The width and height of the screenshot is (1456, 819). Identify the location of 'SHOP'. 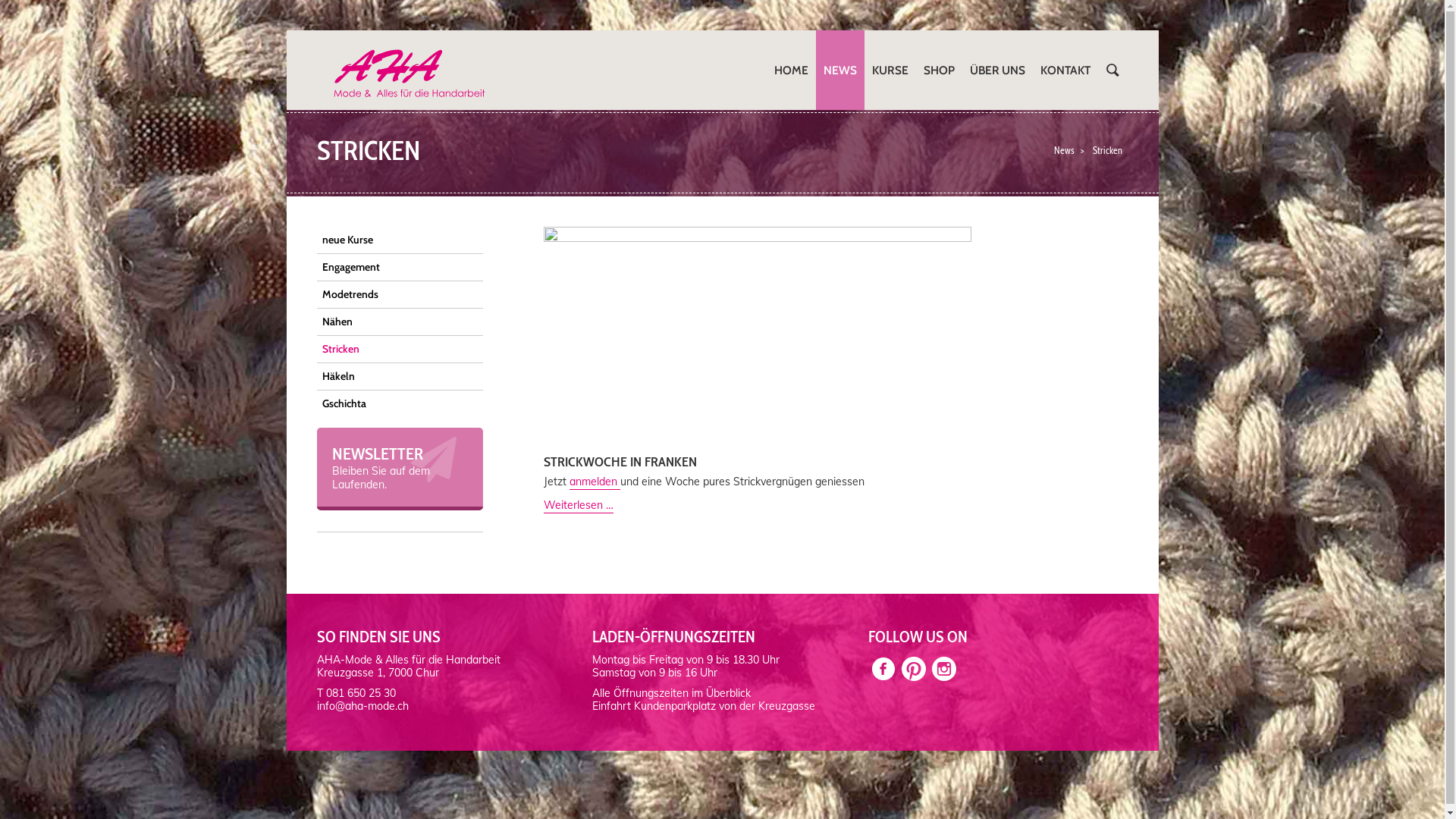
(938, 70).